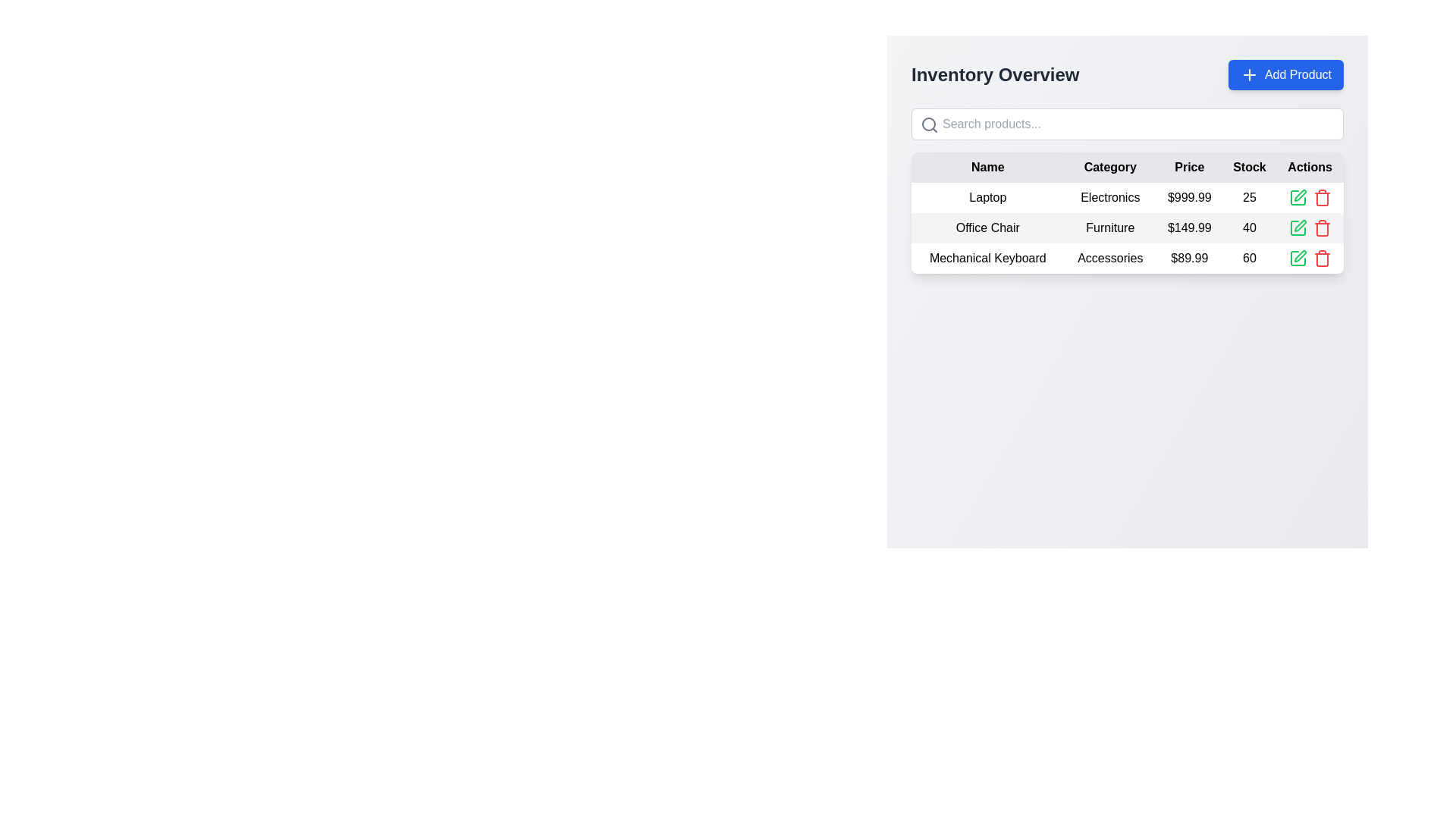 Image resolution: width=1456 pixels, height=819 pixels. I want to click on the edit button icon for the 'Office Chair' entry in the inventory system to initiate editing, so click(1297, 227).